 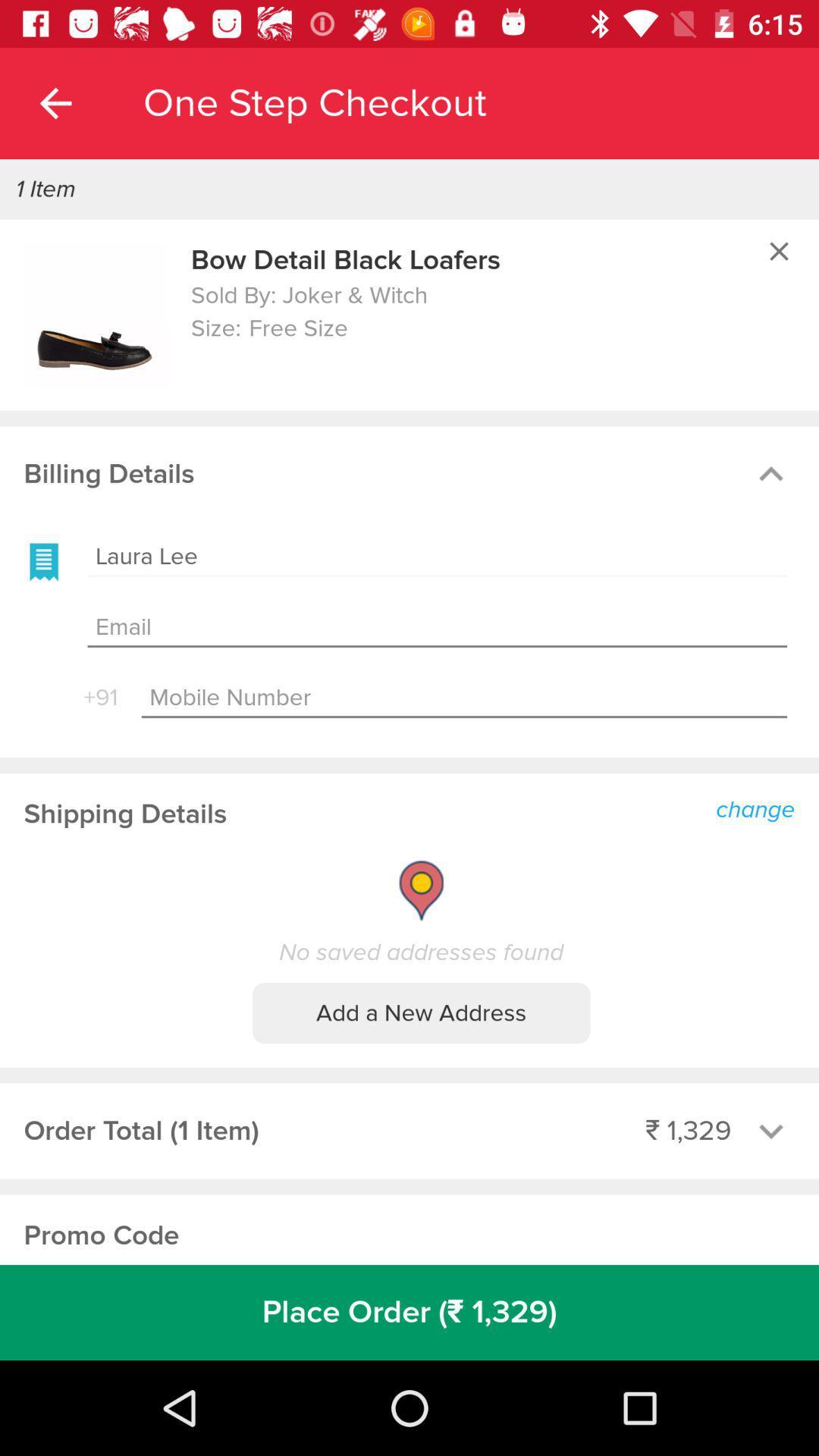 What do you see at coordinates (55, 102) in the screenshot?
I see `item above 1 item icon` at bounding box center [55, 102].